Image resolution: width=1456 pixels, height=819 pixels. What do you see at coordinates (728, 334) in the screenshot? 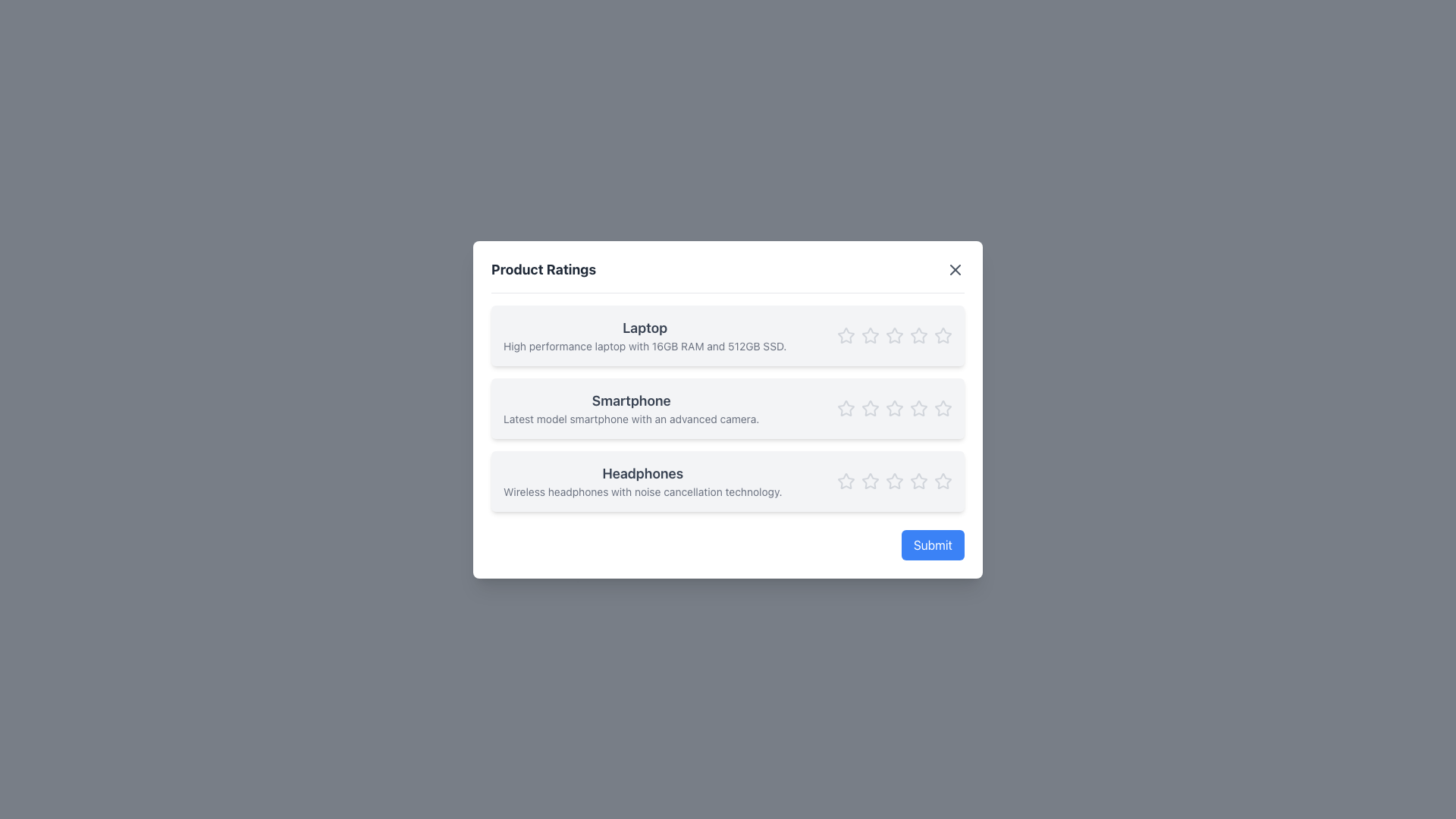
I see `the rating stars in the first product card within the 'Product Ratings' modal` at bounding box center [728, 334].